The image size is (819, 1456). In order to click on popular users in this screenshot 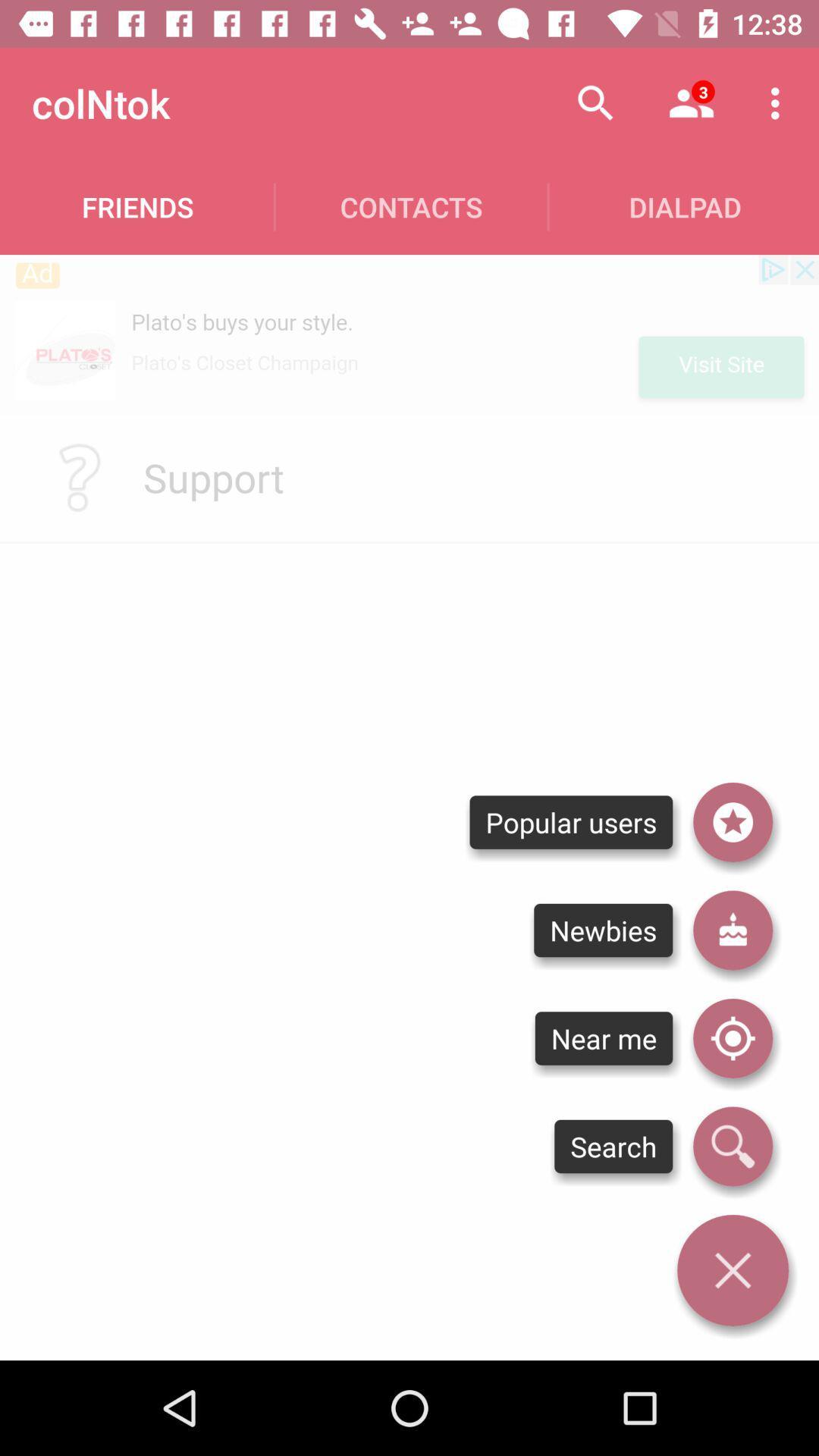, I will do `click(732, 821)`.